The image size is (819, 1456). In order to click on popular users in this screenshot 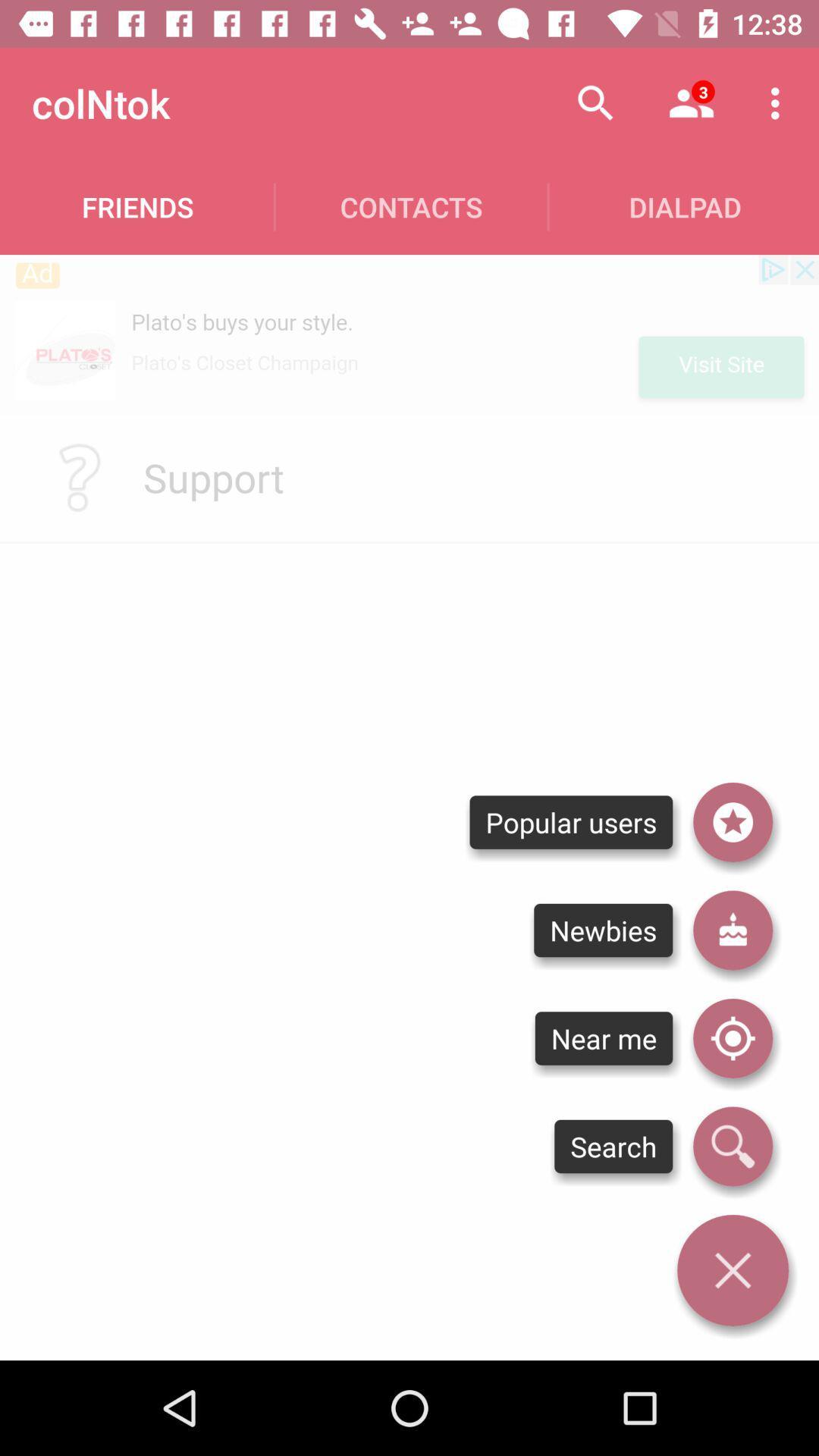, I will do `click(732, 821)`.